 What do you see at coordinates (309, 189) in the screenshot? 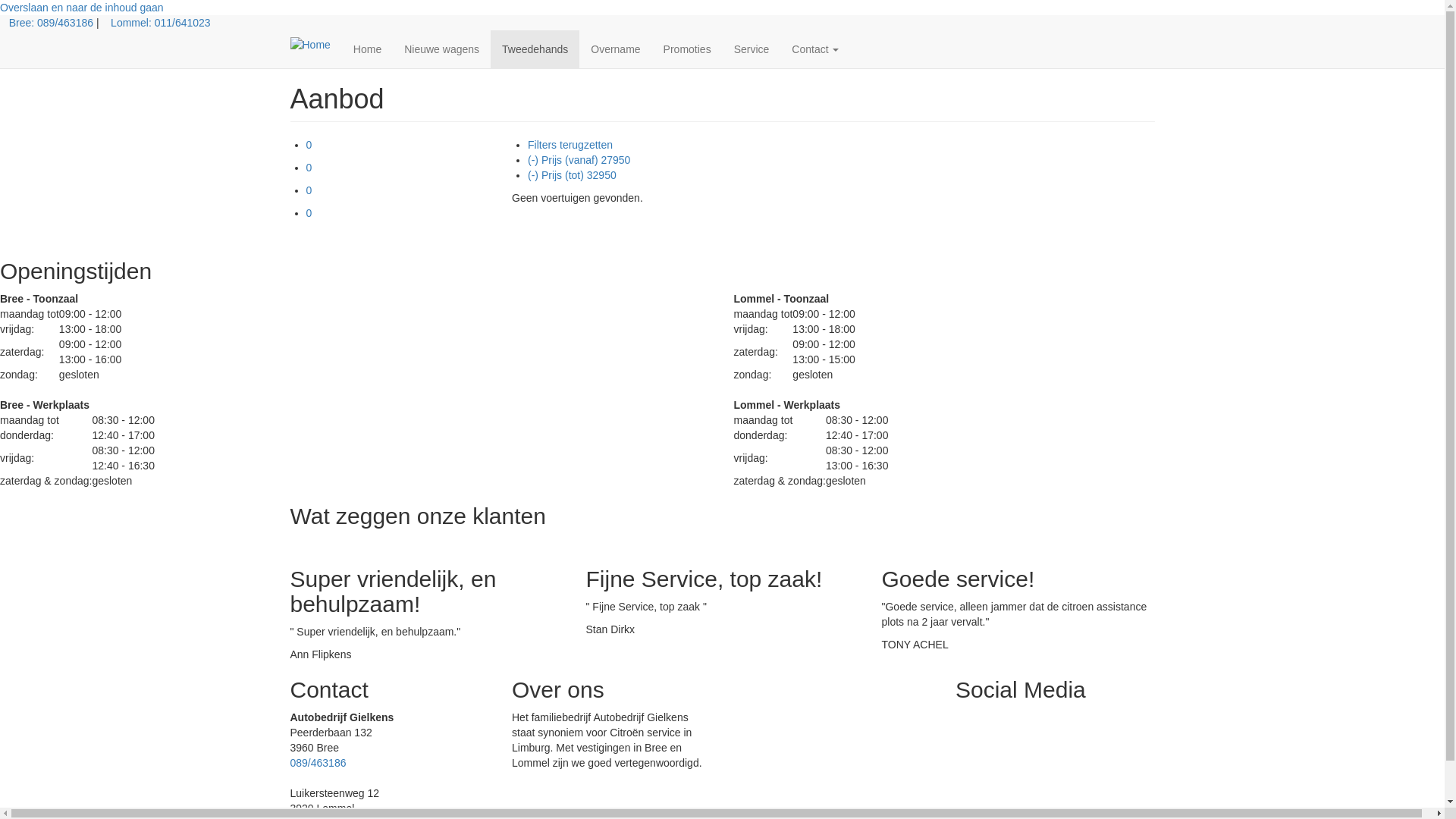
I see `'0'` at bounding box center [309, 189].